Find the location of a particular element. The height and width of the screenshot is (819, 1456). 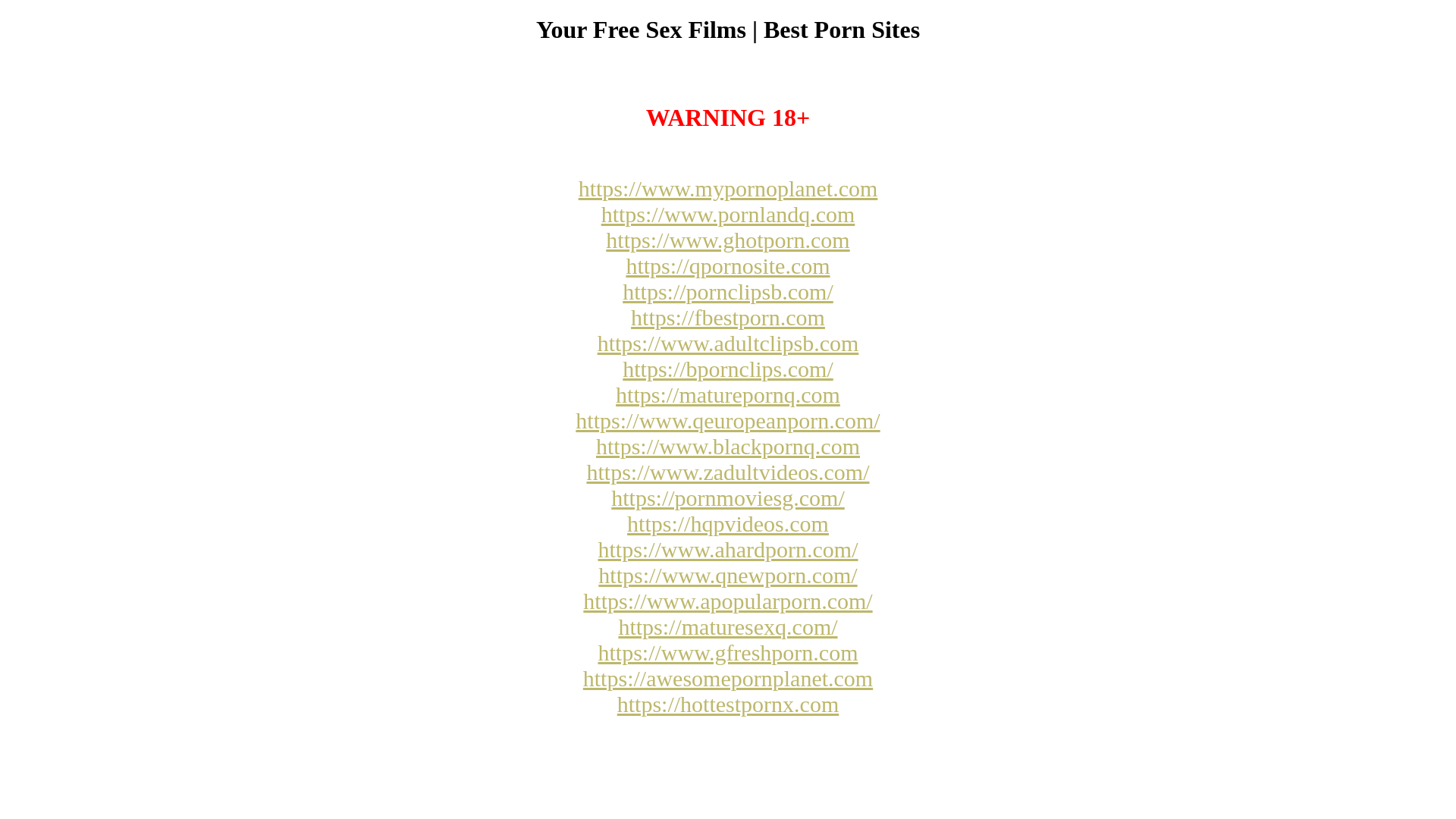

'https://pornclipsb.com/' is located at coordinates (728, 291).